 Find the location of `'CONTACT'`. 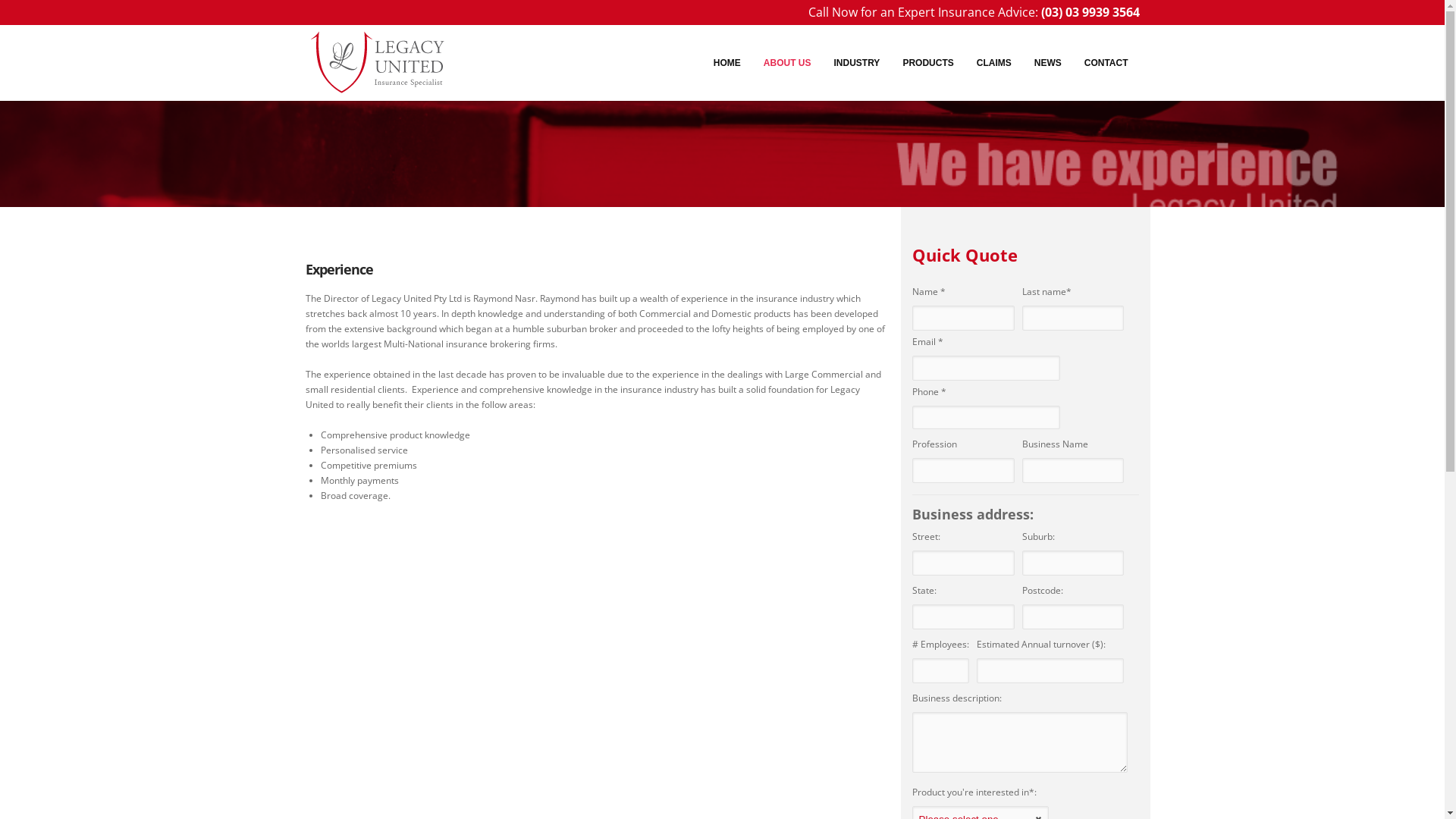

'CONTACT' is located at coordinates (1106, 62).